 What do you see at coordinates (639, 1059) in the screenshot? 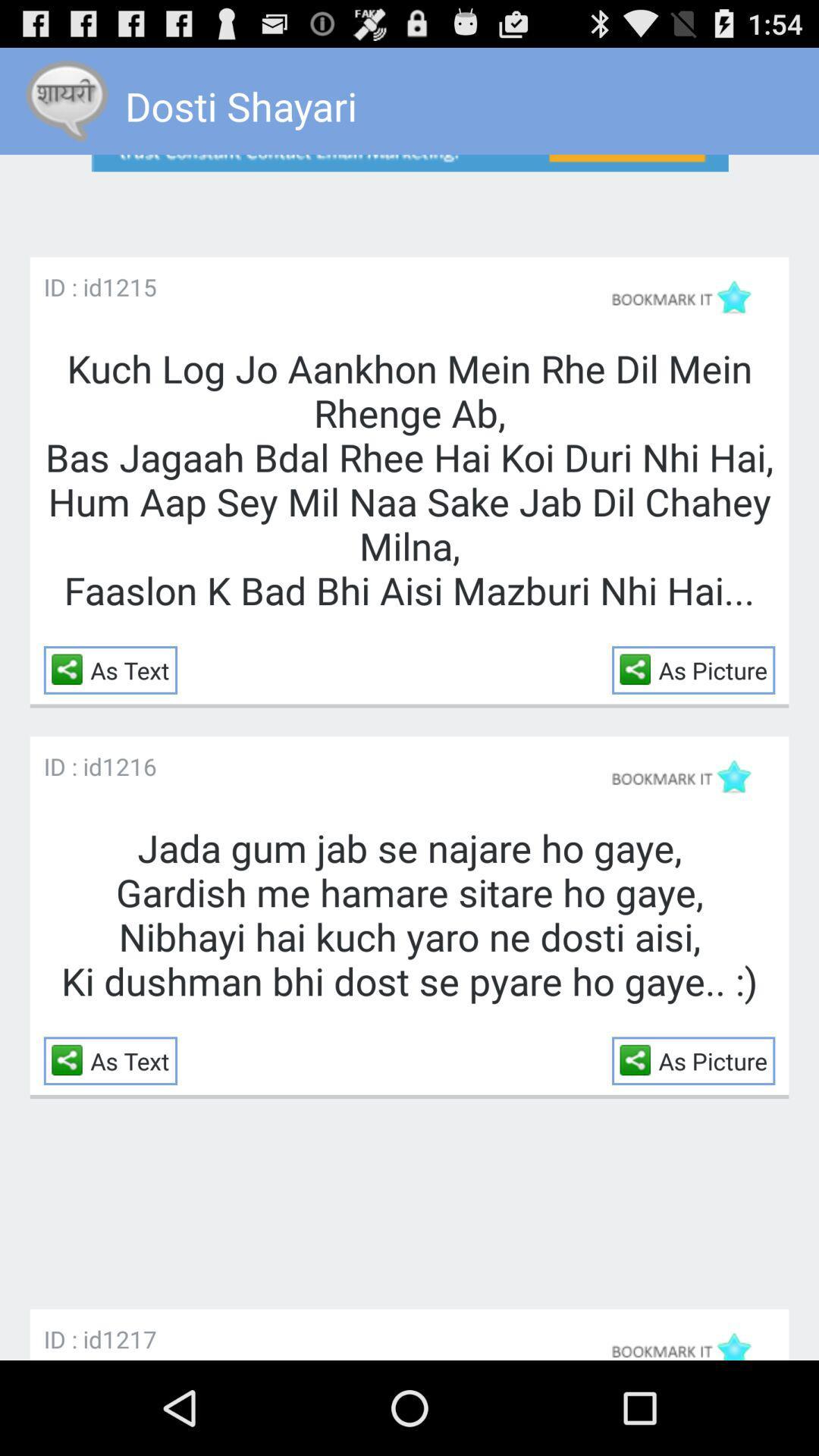
I see `the icon to the left of as picture item` at bounding box center [639, 1059].